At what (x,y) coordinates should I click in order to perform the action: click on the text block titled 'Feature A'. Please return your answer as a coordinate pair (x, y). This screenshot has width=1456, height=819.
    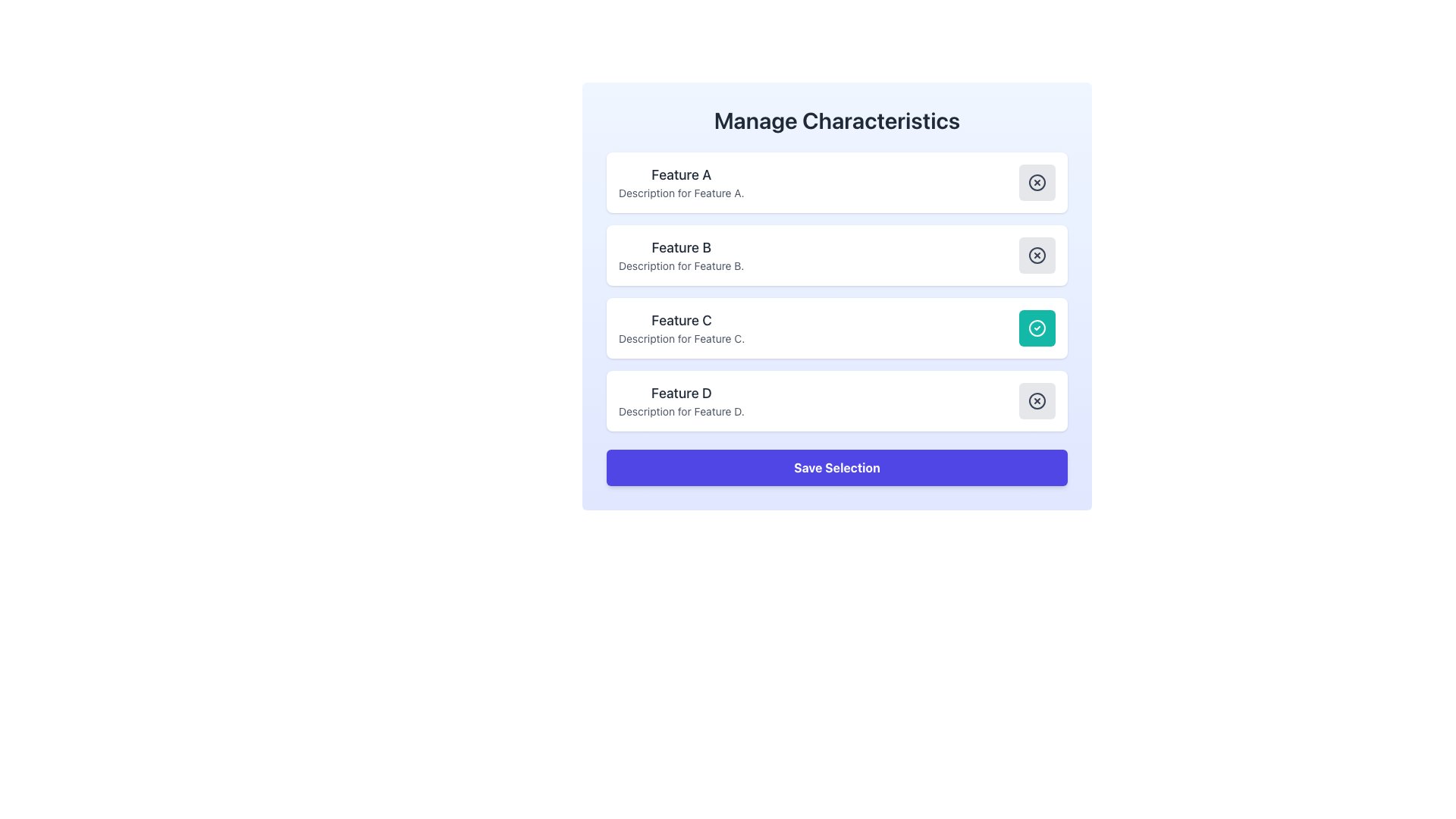
    Looking at the image, I should click on (680, 181).